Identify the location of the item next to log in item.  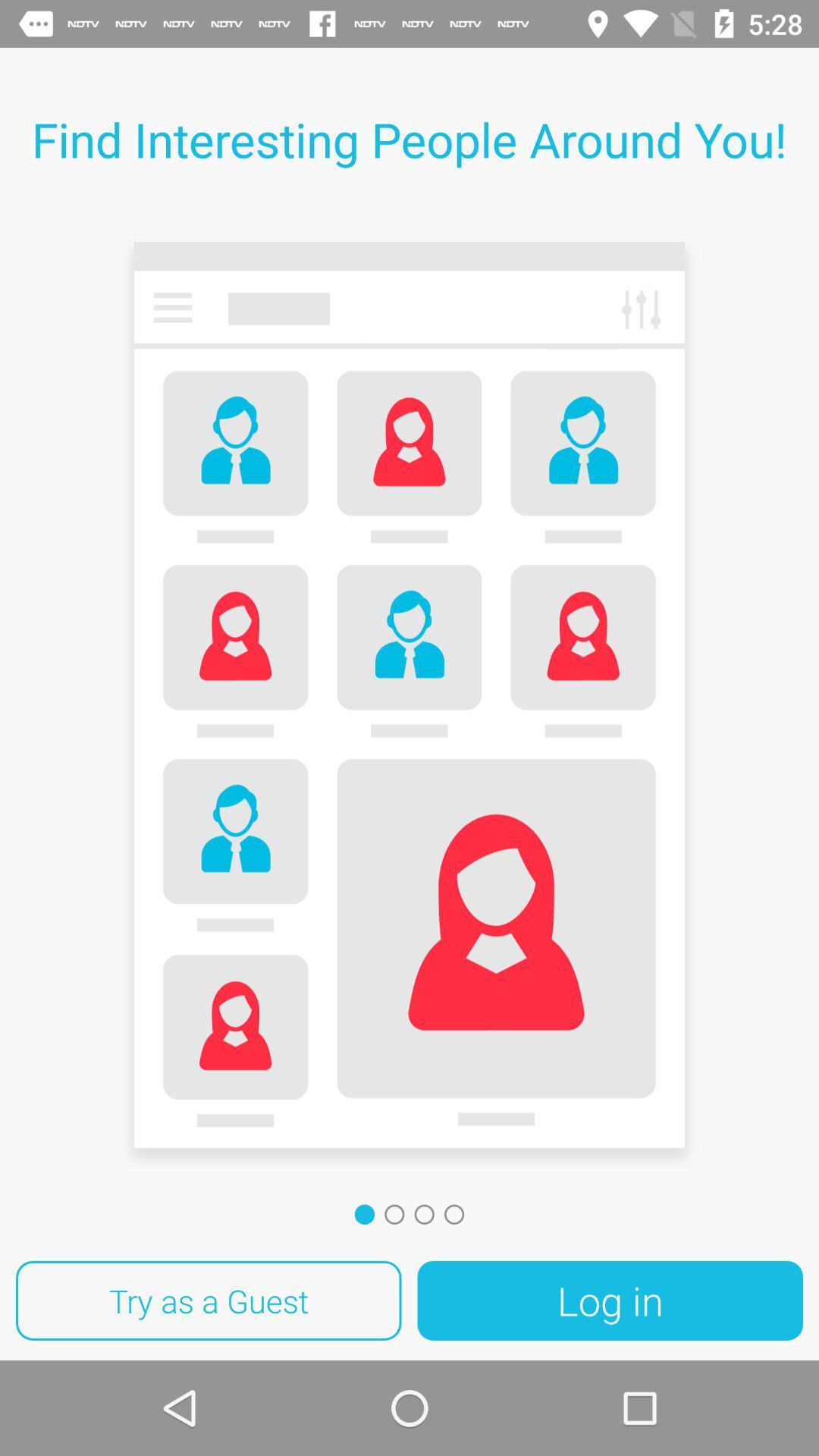
(209, 1300).